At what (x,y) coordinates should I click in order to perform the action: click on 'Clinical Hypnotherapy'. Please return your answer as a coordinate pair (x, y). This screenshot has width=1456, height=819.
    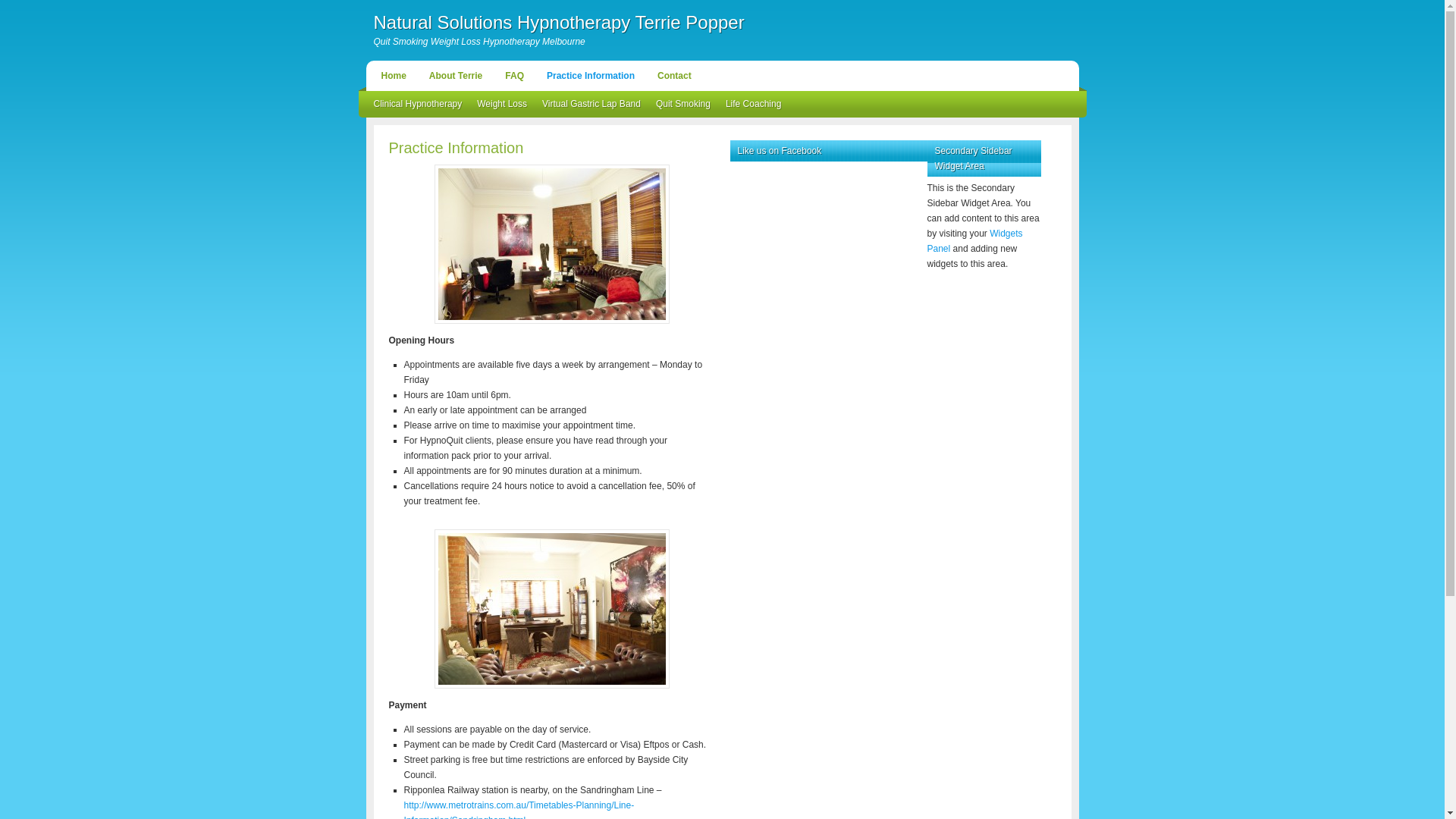
    Looking at the image, I should click on (417, 103).